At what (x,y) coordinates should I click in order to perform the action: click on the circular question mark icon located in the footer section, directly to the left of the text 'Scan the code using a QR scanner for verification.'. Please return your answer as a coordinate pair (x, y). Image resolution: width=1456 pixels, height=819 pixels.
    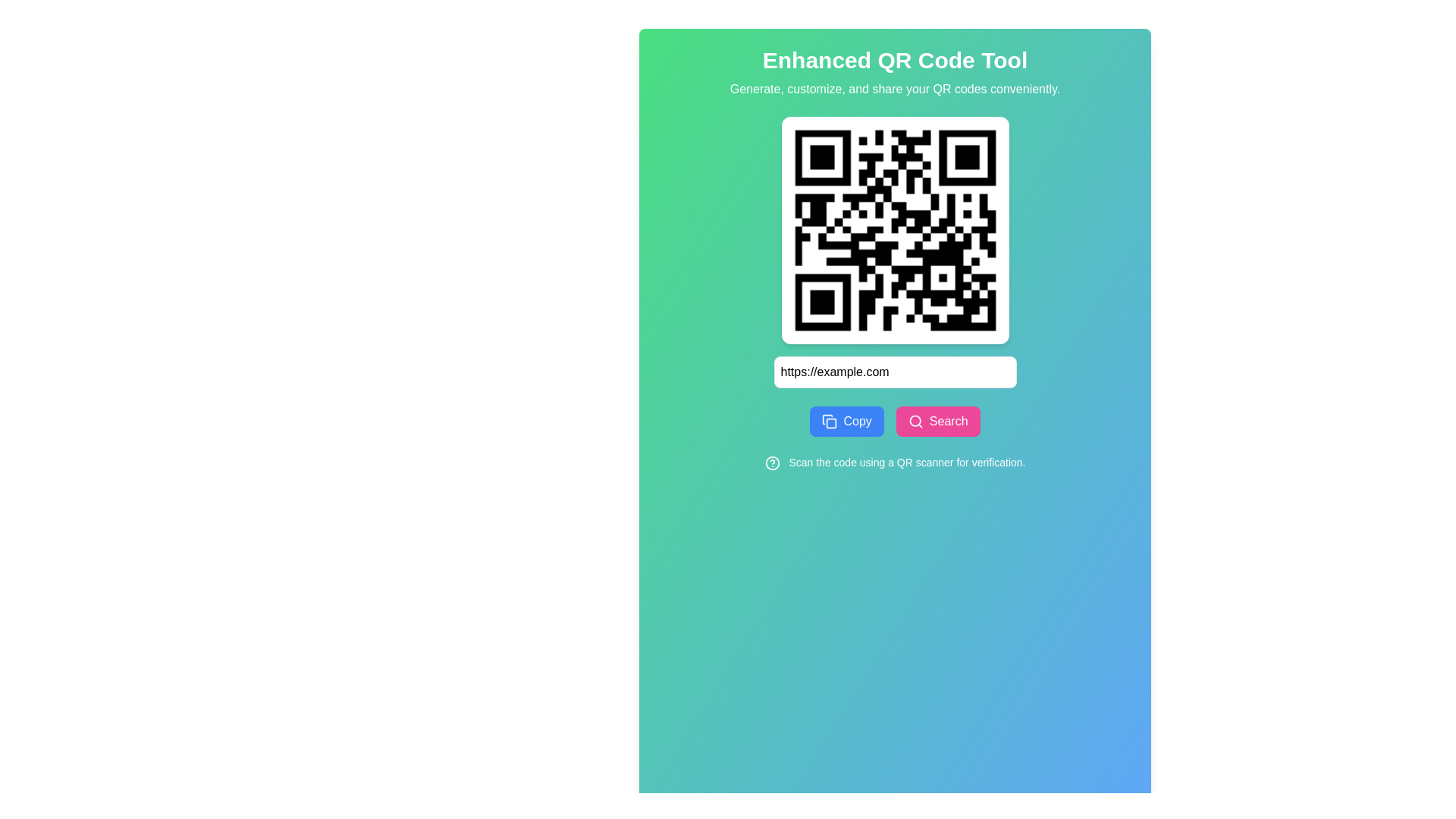
    Looking at the image, I should click on (772, 463).